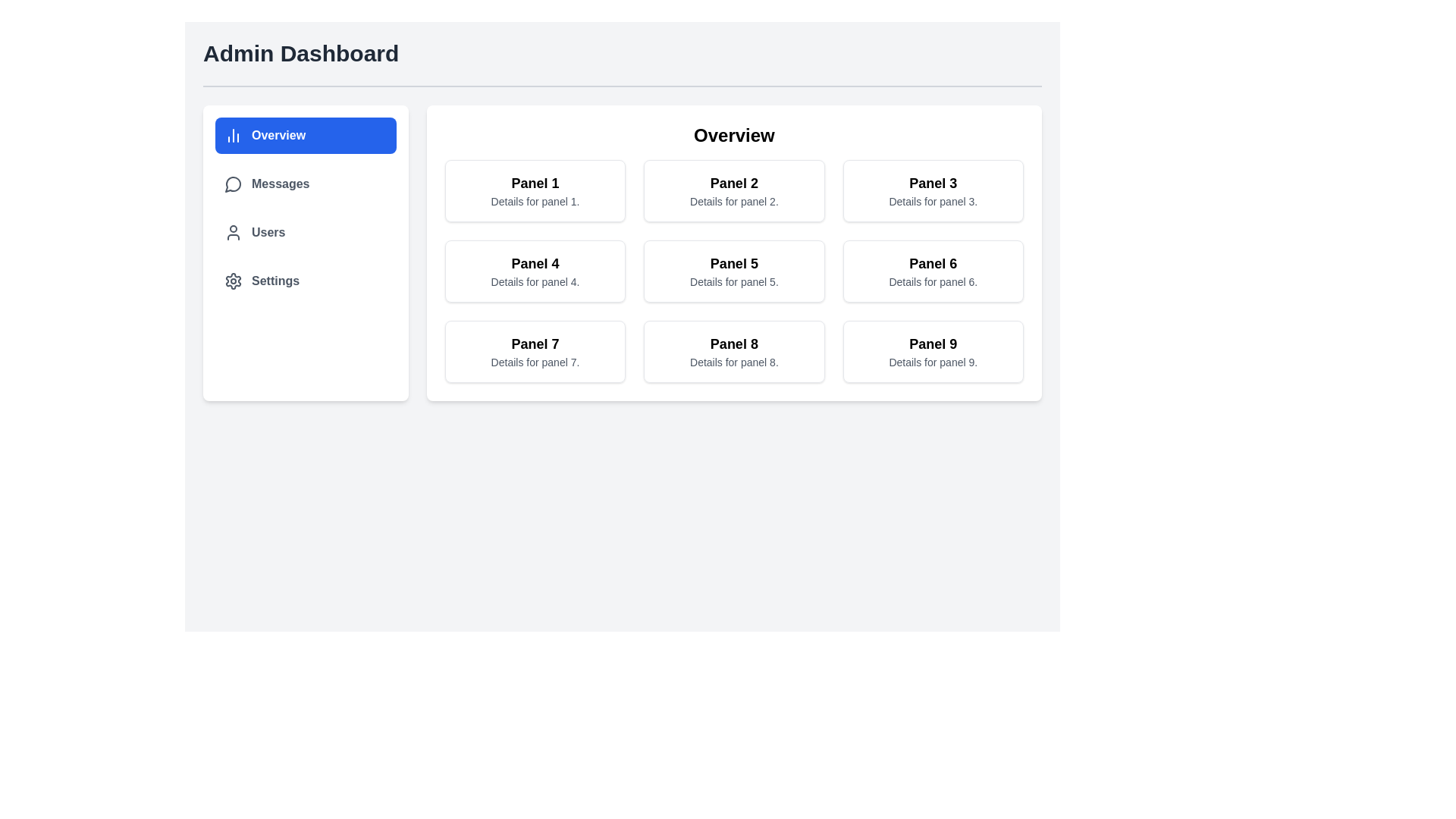 This screenshot has height=819, width=1456. Describe the element at coordinates (232, 281) in the screenshot. I see `the gear icon component in the vertical left-hand navigation menu, which signifies settings or configuration options` at that location.